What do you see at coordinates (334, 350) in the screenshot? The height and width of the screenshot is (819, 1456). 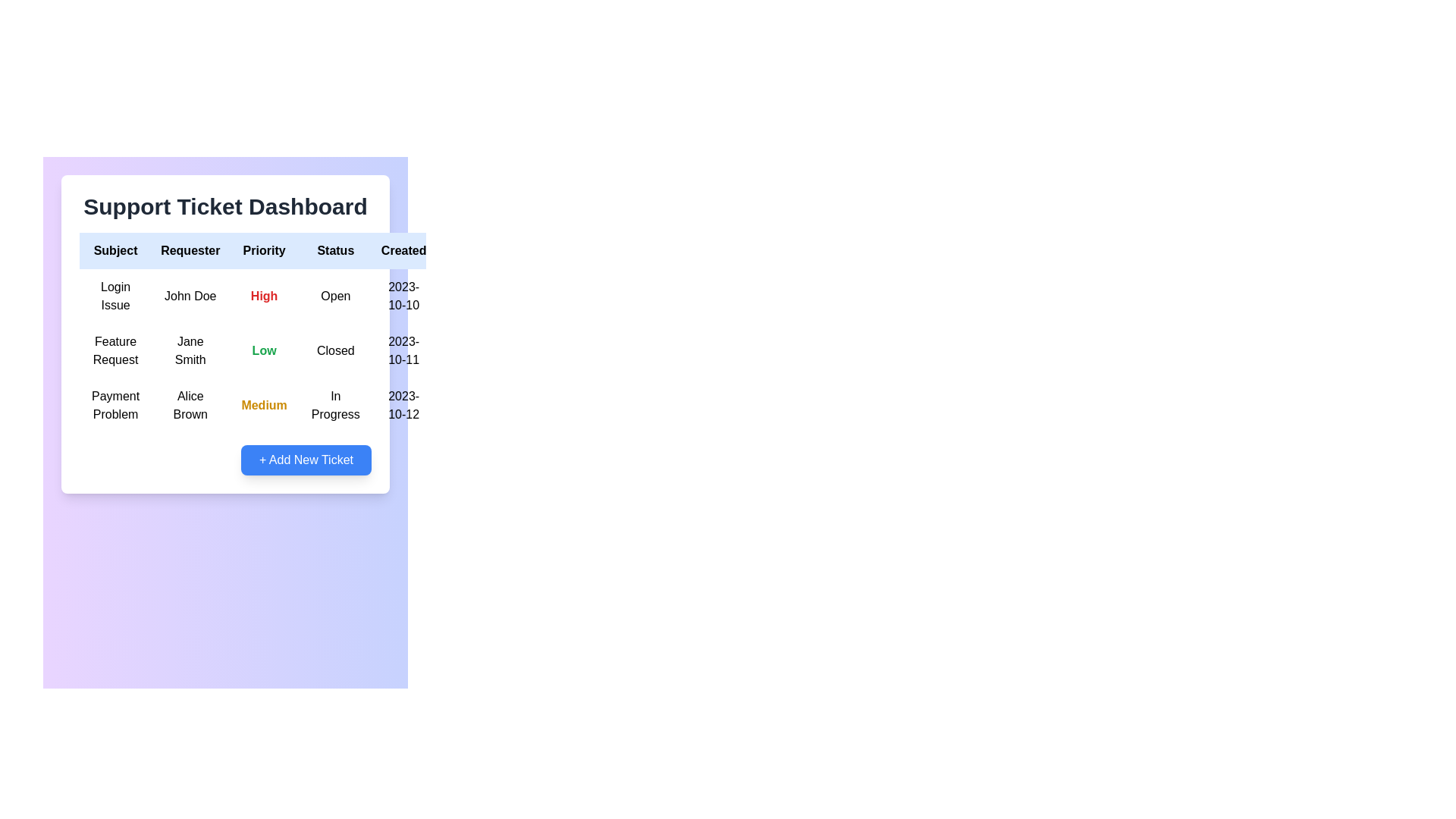 I see `text from the Static text label displaying 'Closed' located in the 'Status' column of the 'Feature Request' row in the data table` at bounding box center [334, 350].